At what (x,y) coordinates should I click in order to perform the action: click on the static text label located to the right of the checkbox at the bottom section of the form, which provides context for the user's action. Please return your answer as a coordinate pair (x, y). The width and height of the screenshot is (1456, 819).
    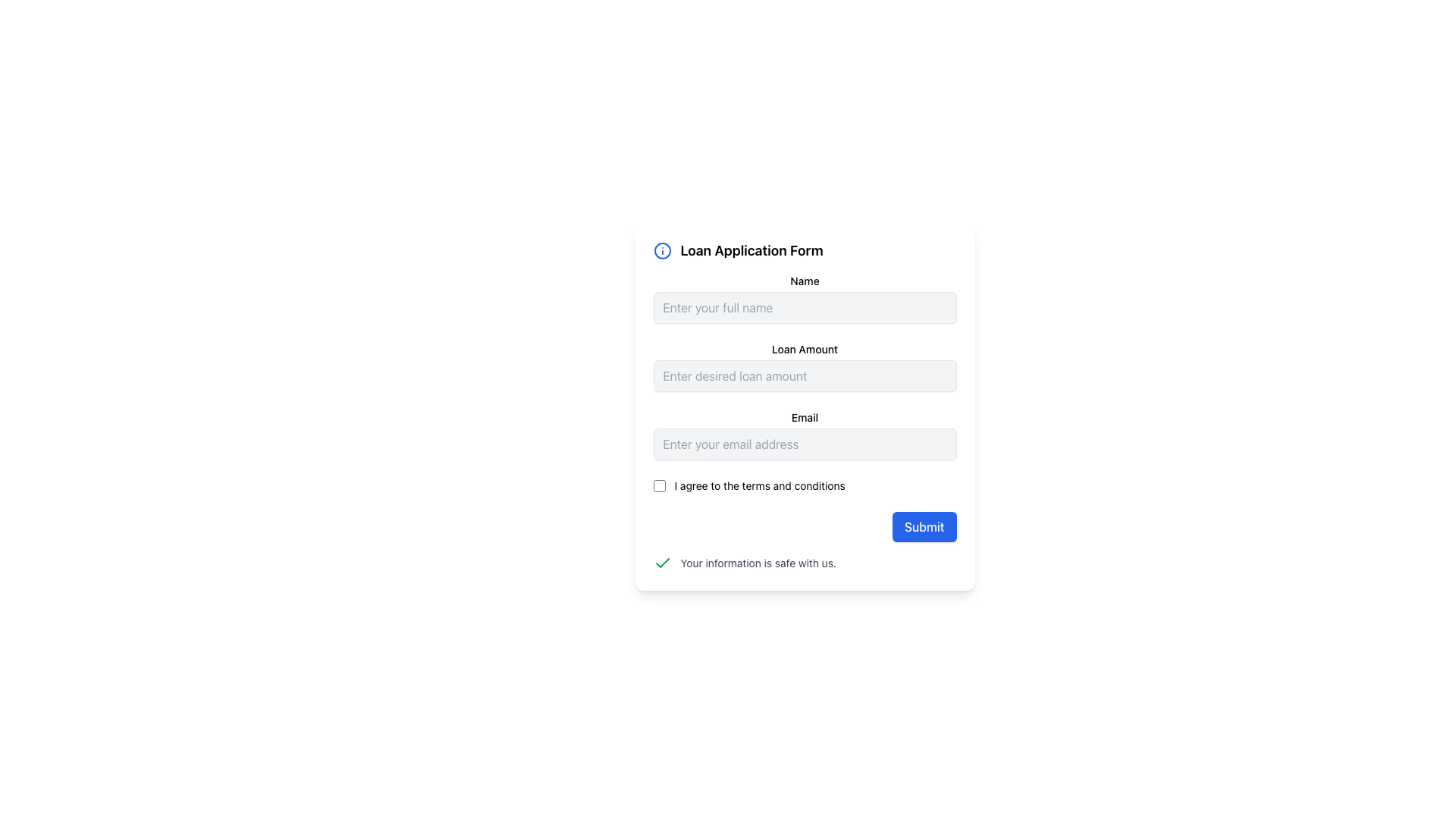
    Looking at the image, I should click on (760, 485).